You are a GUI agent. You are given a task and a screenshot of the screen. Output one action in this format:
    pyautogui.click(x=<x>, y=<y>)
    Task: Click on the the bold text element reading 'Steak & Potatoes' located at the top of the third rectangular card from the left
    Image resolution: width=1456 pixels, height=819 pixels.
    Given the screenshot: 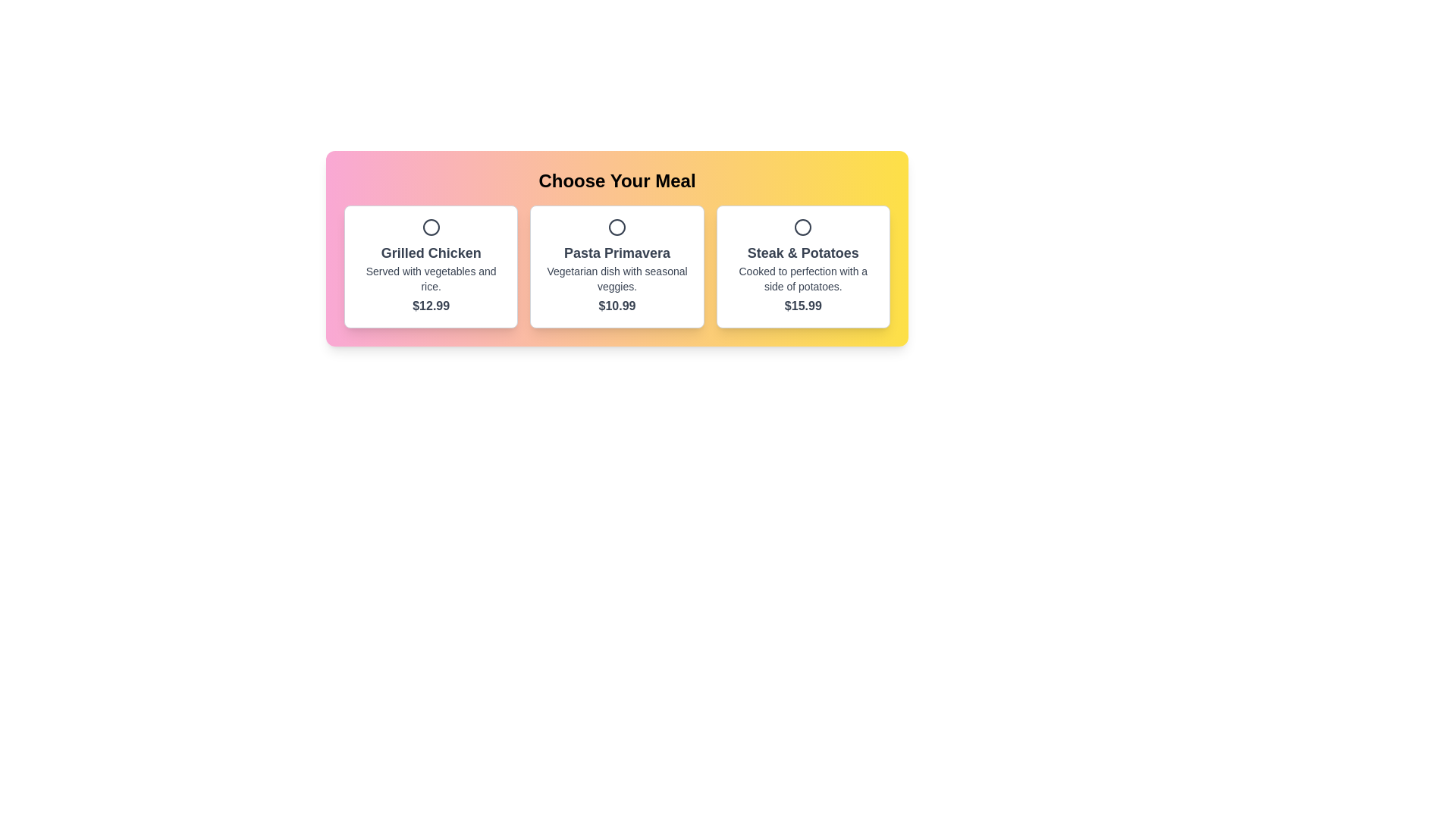 What is the action you would take?
    pyautogui.click(x=802, y=253)
    